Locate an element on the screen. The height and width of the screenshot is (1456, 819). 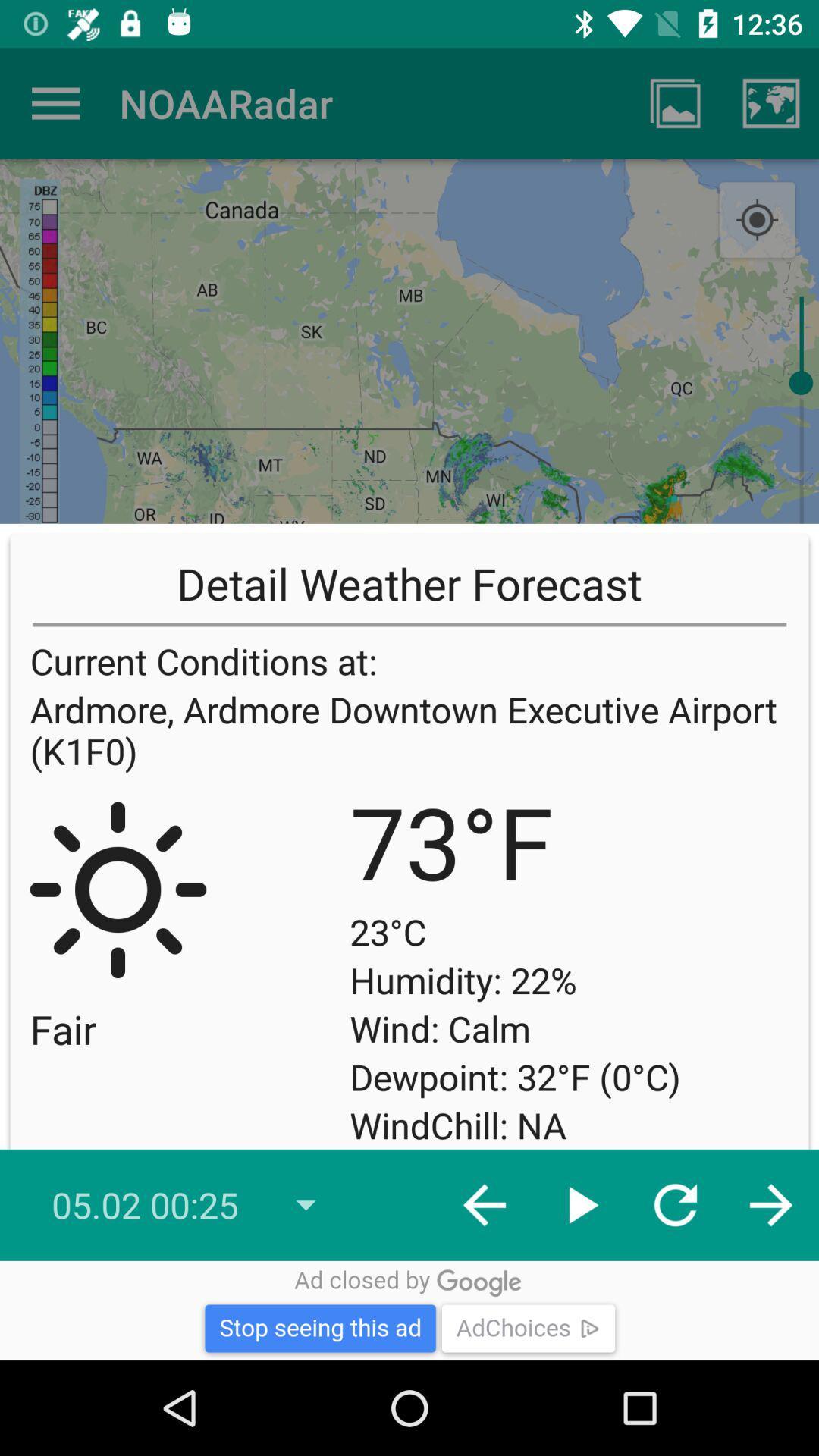
stop seeing this advertisement is located at coordinates (409, 1310).